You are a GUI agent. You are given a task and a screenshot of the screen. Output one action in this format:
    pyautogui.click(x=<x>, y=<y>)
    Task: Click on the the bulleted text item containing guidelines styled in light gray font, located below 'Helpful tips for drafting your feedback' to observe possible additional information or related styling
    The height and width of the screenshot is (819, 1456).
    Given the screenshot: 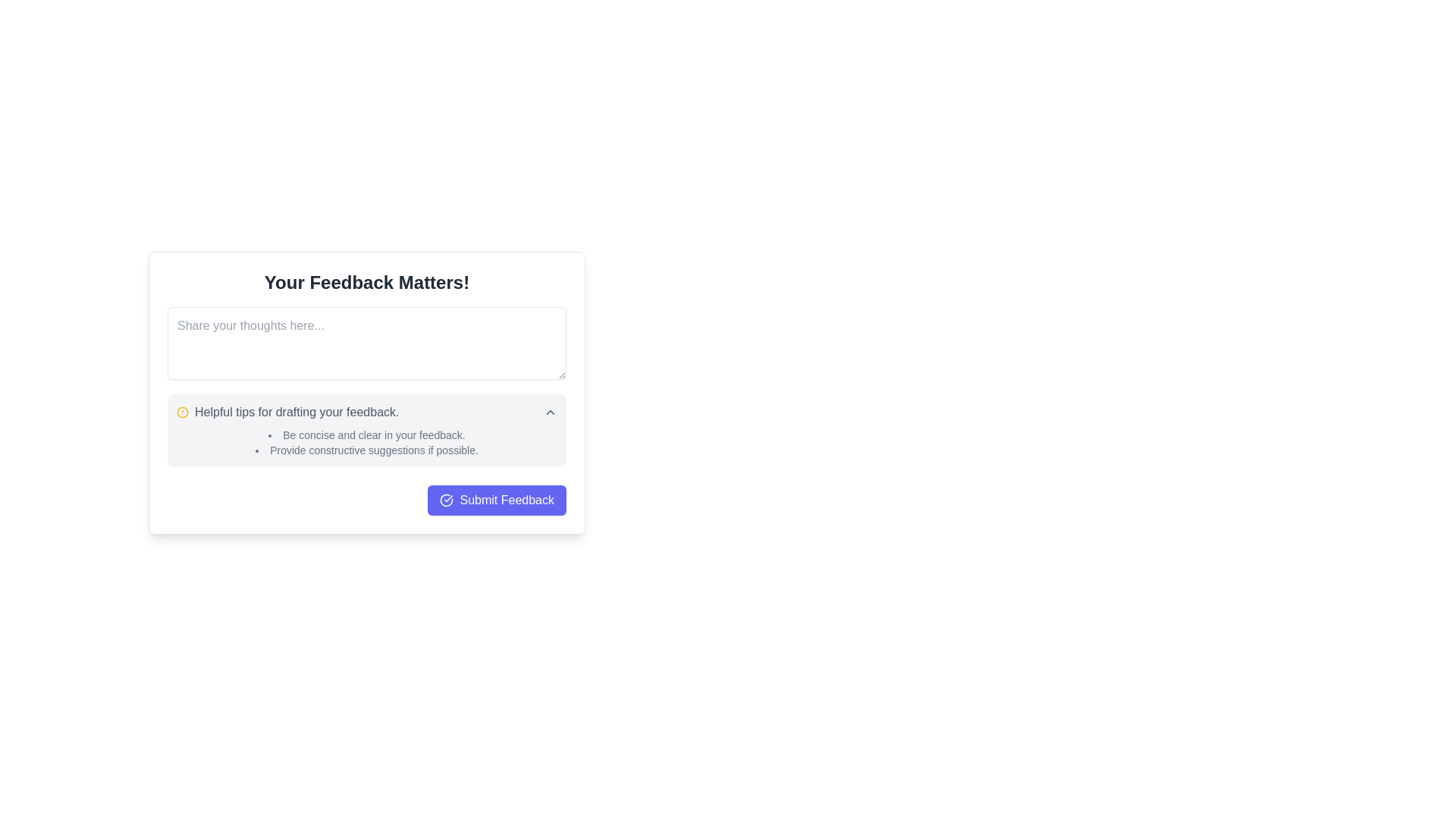 What is the action you would take?
    pyautogui.click(x=367, y=442)
    